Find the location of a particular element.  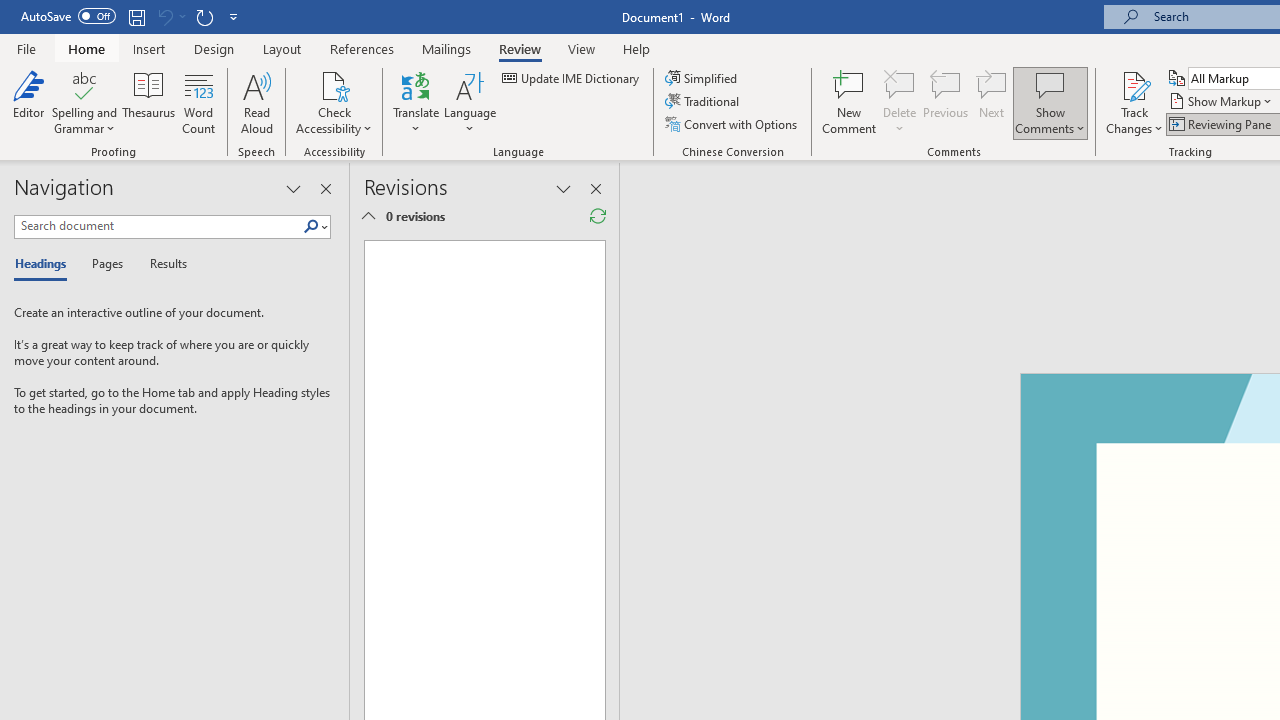

'Repeat Doc Close' is located at coordinates (204, 16).